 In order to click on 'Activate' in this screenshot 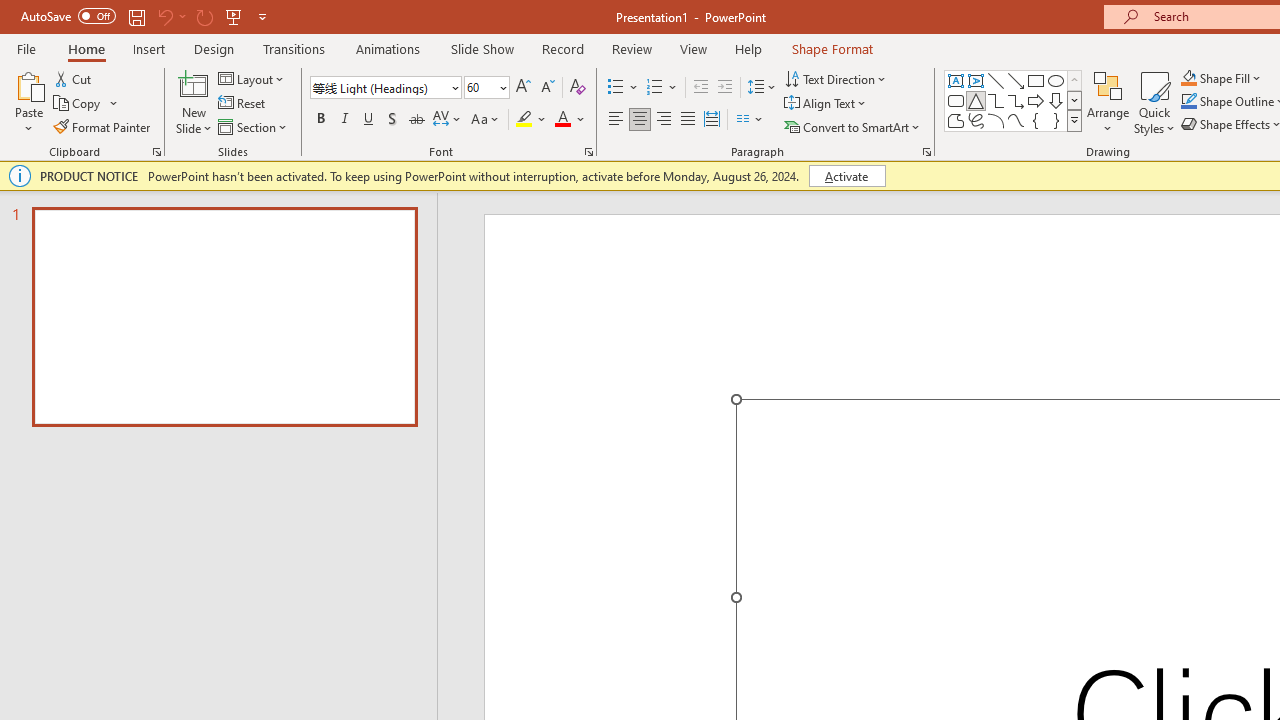, I will do `click(847, 175)`.